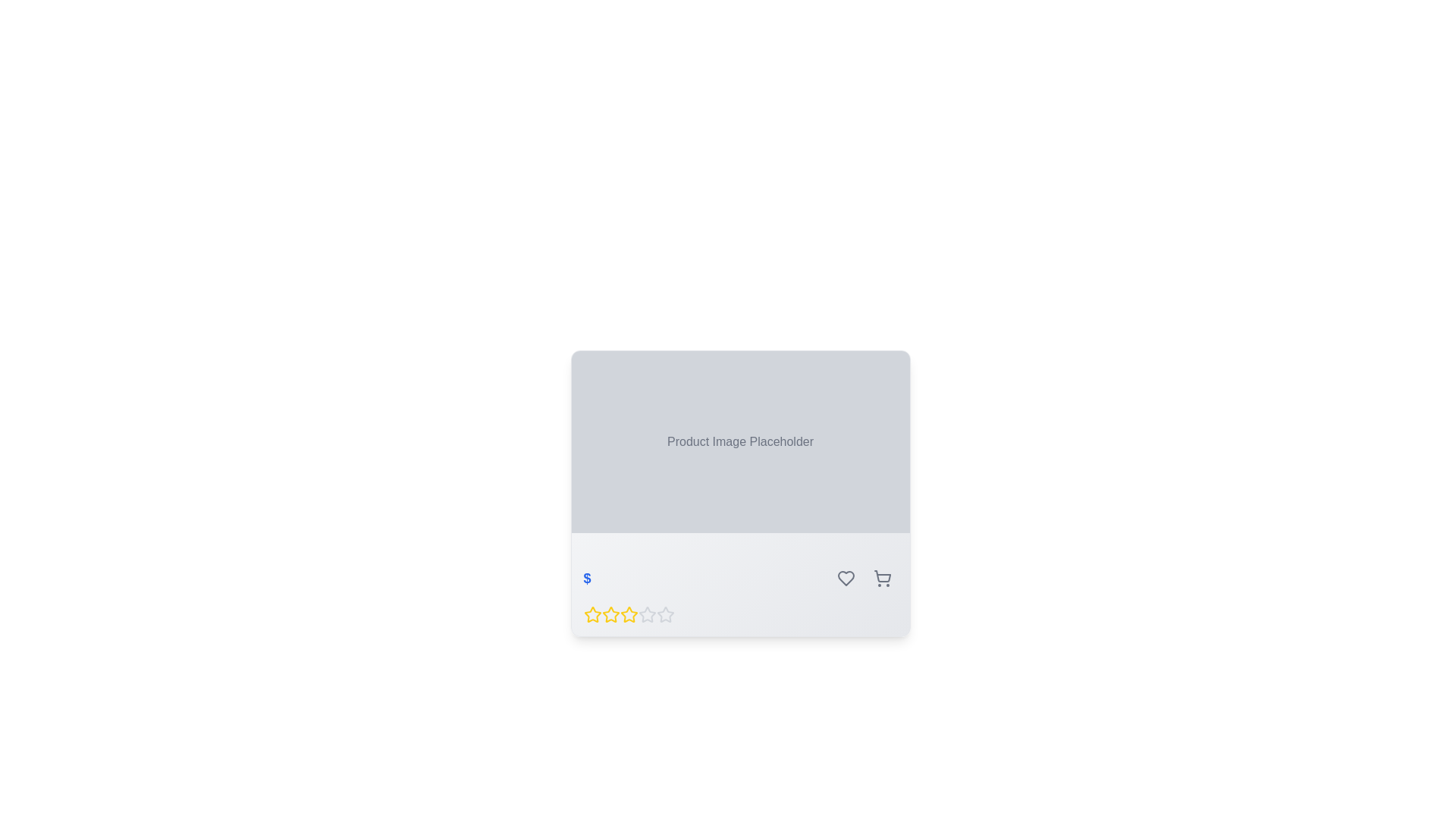 This screenshot has height=819, width=1456. Describe the element at coordinates (647, 614) in the screenshot. I see `the fourth star icon in the rating system` at that location.